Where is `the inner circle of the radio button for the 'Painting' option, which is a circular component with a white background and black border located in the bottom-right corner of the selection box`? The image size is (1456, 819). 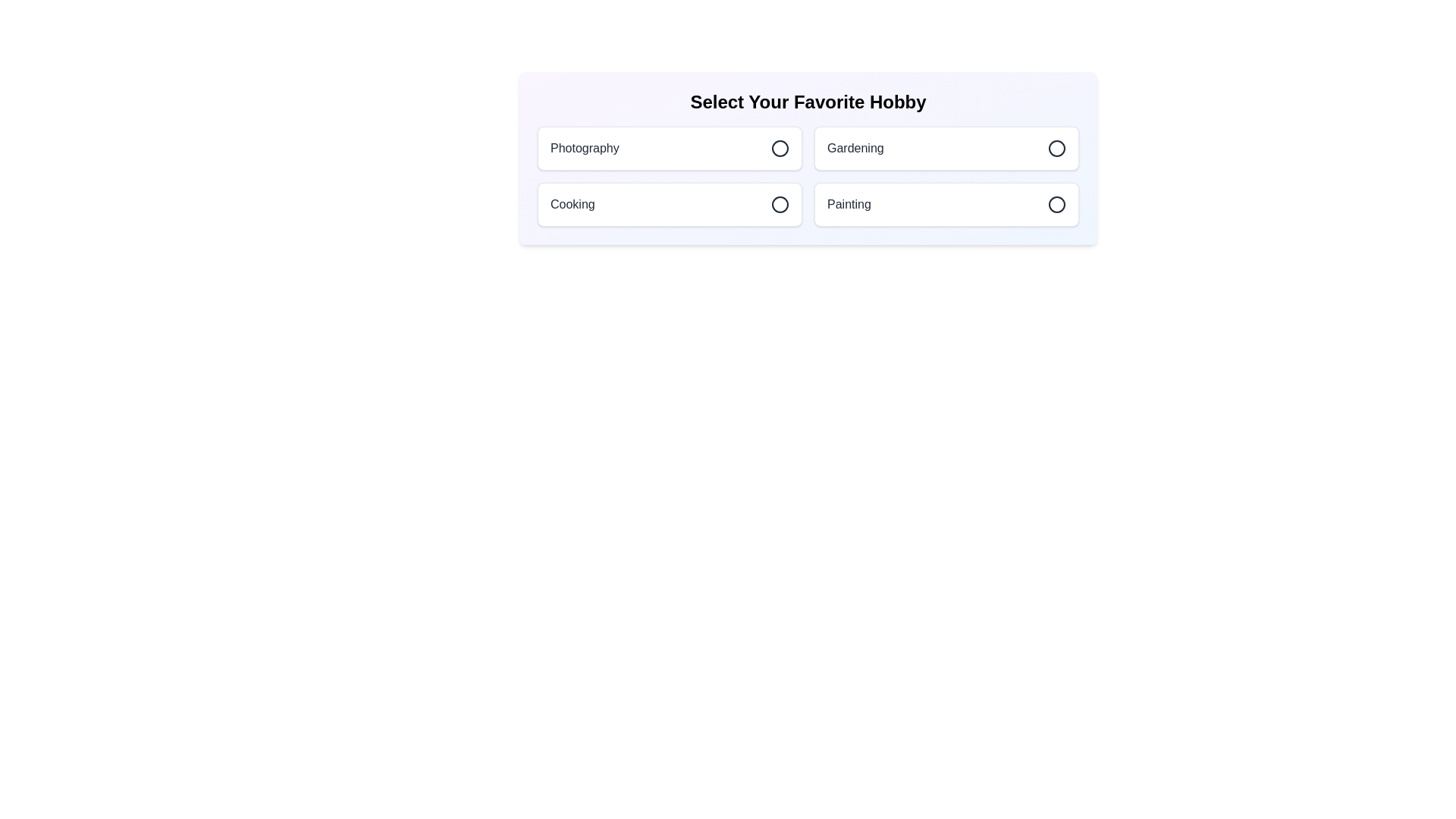
the inner circle of the radio button for the 'Painting' option, which is a circular component with a white background and black border located in the bottom-right corner of the selection box is located at coordinates (1056, 205).